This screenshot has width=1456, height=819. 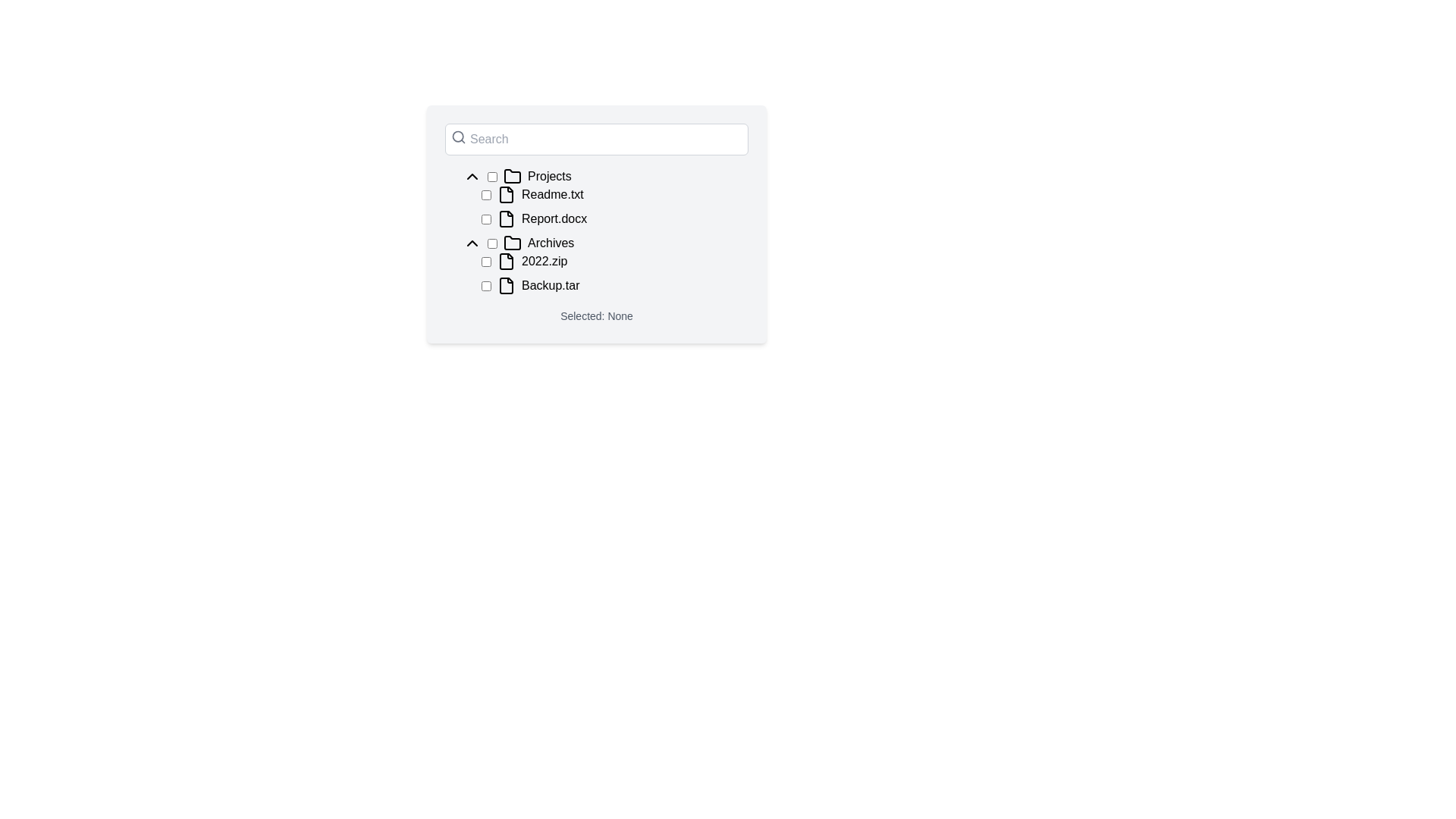 I want to click on the unselected checkbox, which is a small square located immediately to the left of the 'Report.docx' label, so click(x=486, y=219).